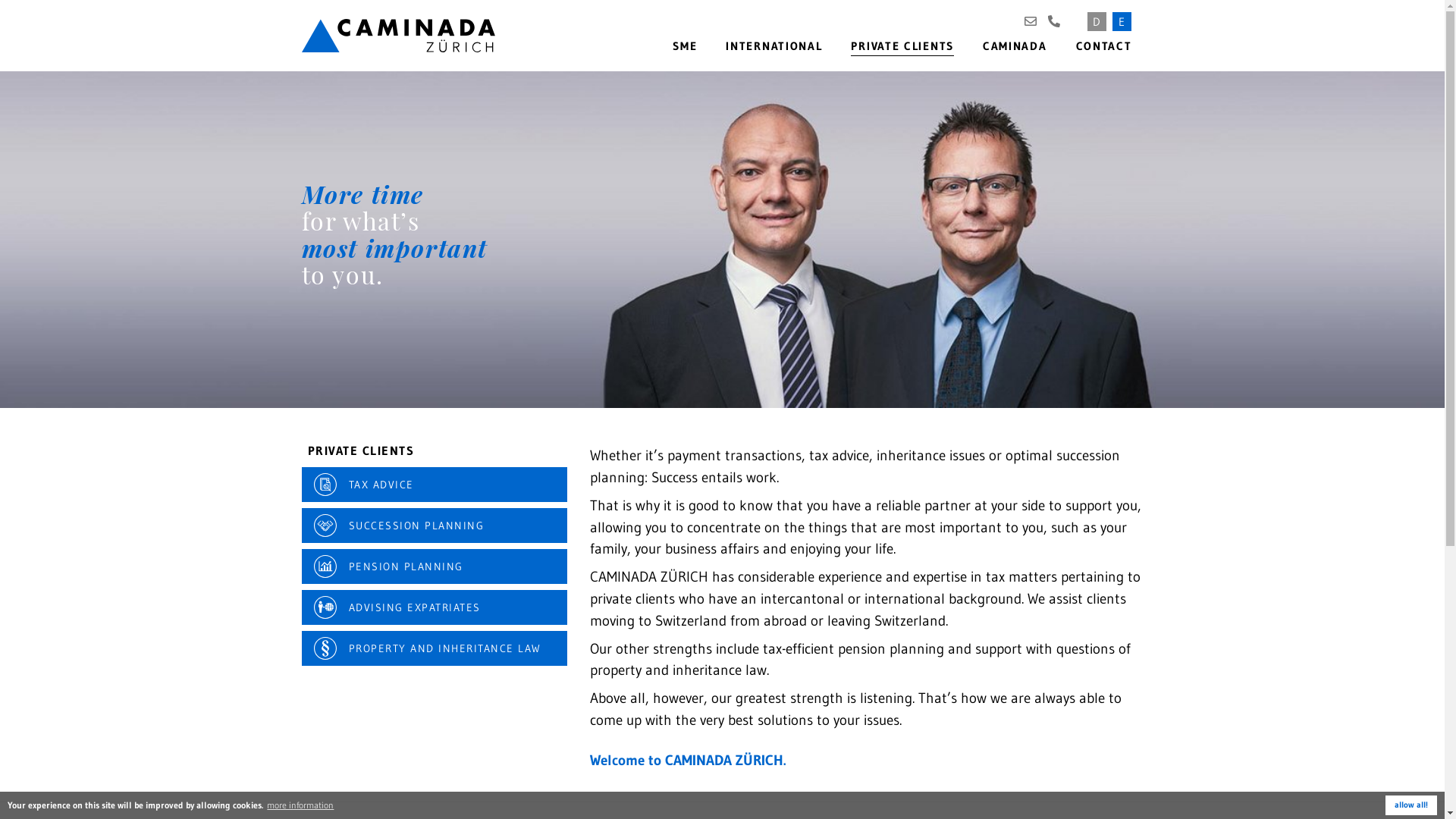  What do you see at coordinates (324, 525) in the screenshot?
I see `'Succession planning'` at bounding box center [324, 525].